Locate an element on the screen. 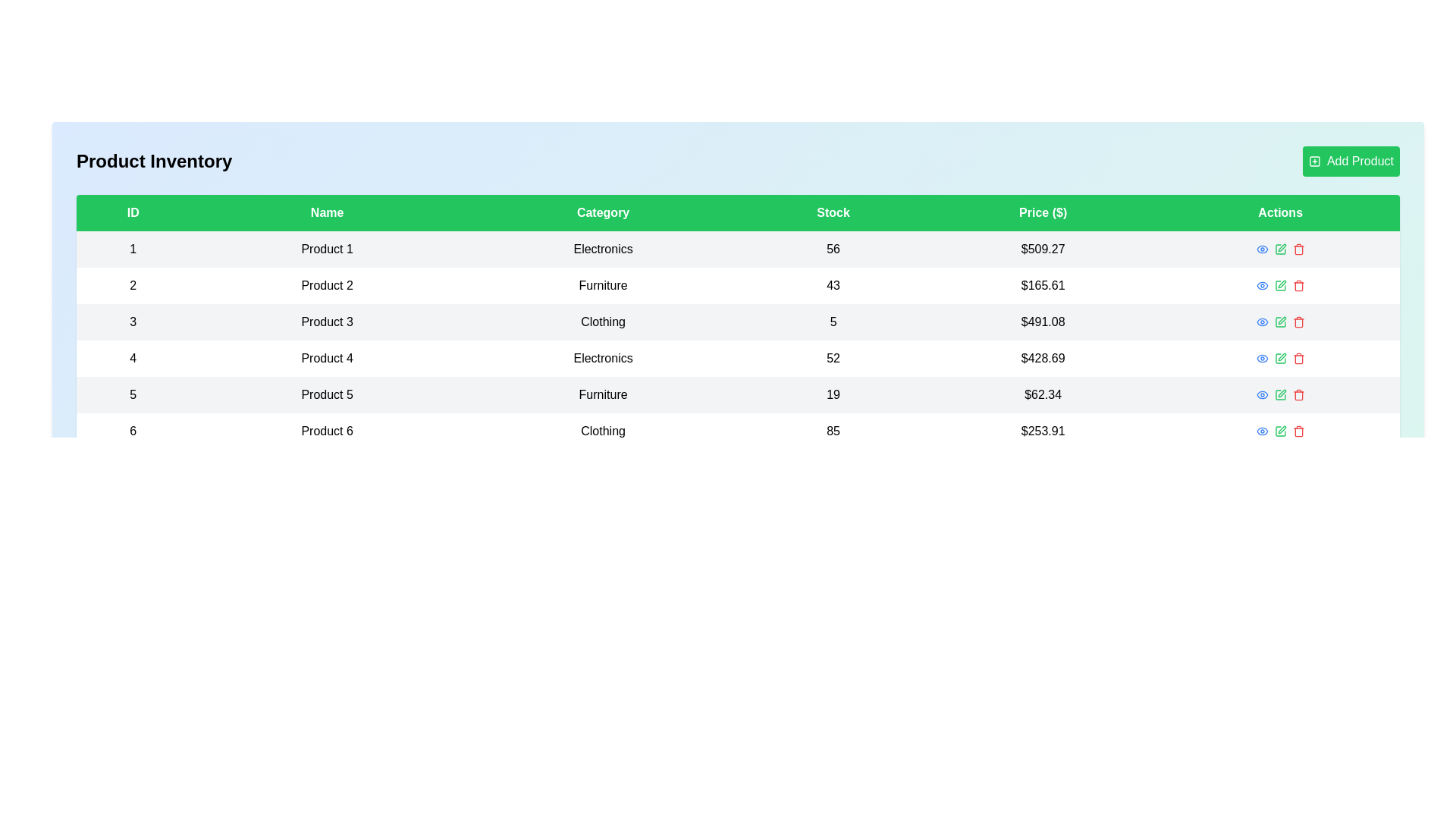  delete button for the product with ID 5 is located at coordinates (1298, 394).